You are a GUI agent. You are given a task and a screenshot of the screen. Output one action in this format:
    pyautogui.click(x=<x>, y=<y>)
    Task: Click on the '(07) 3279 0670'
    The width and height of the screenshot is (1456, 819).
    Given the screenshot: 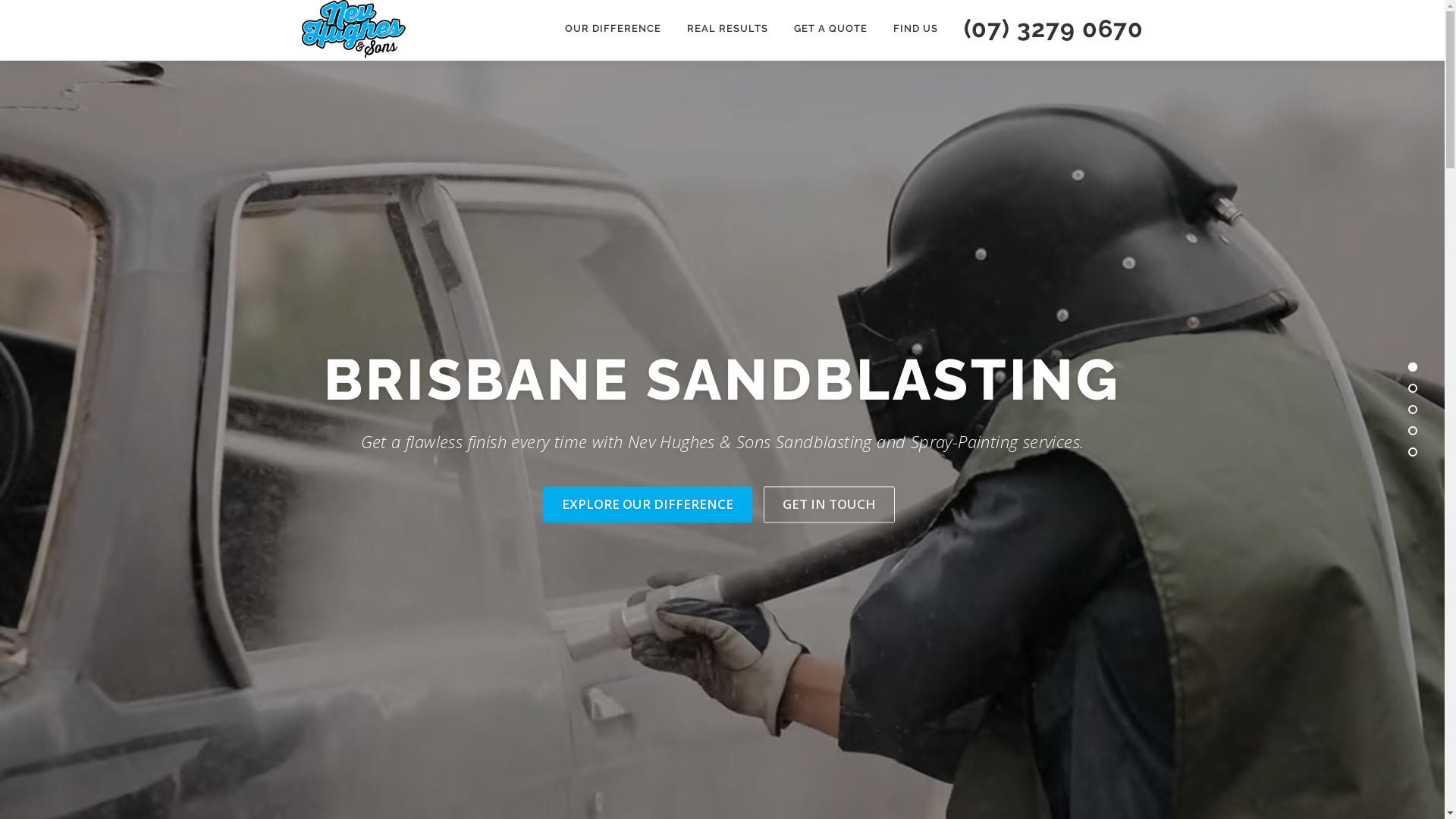 What is the action you would take?
    pyautogui.click(x=1046, y=28)
    